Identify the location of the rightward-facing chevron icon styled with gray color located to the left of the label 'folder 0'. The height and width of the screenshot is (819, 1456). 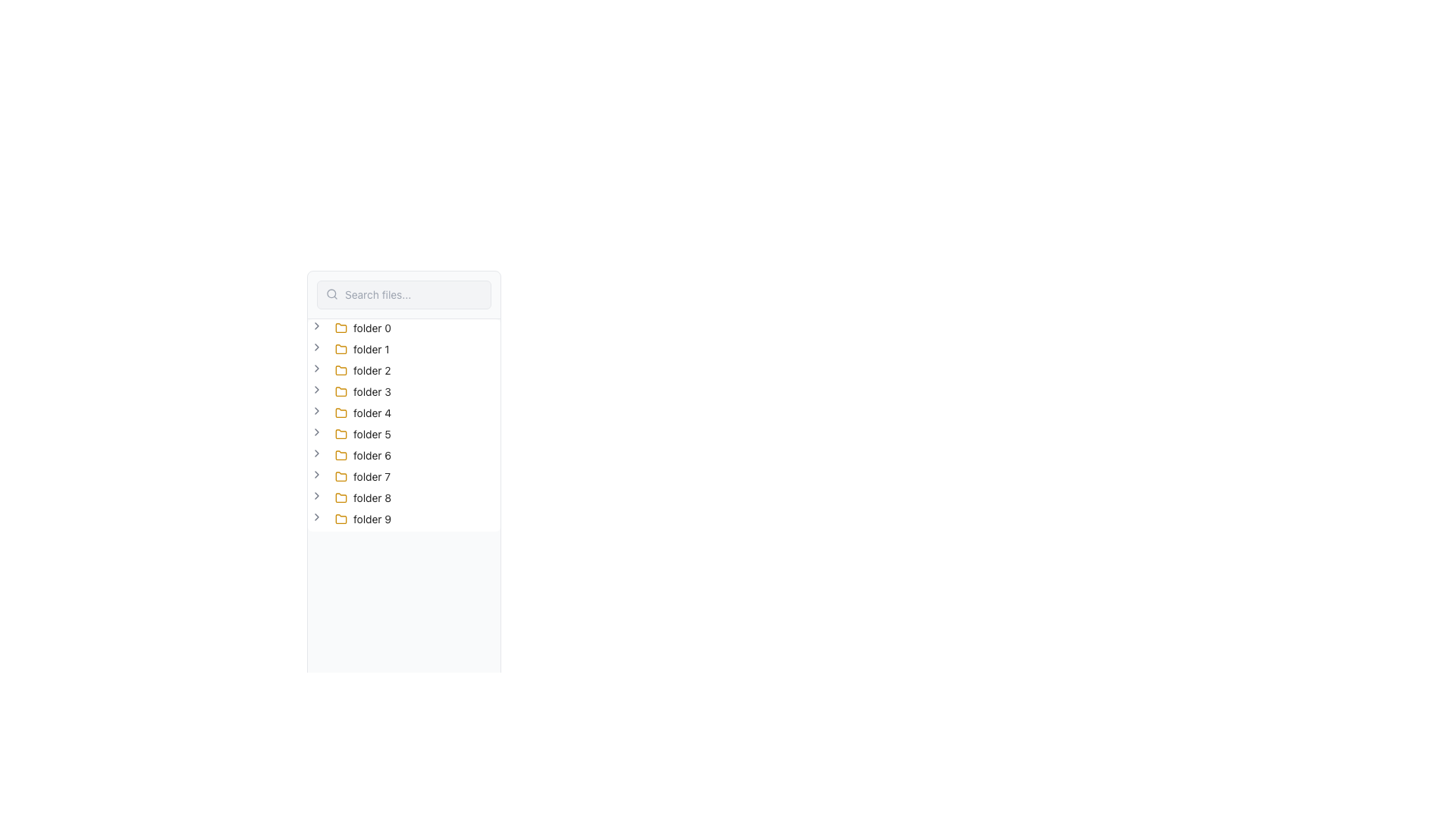
(315, 327).